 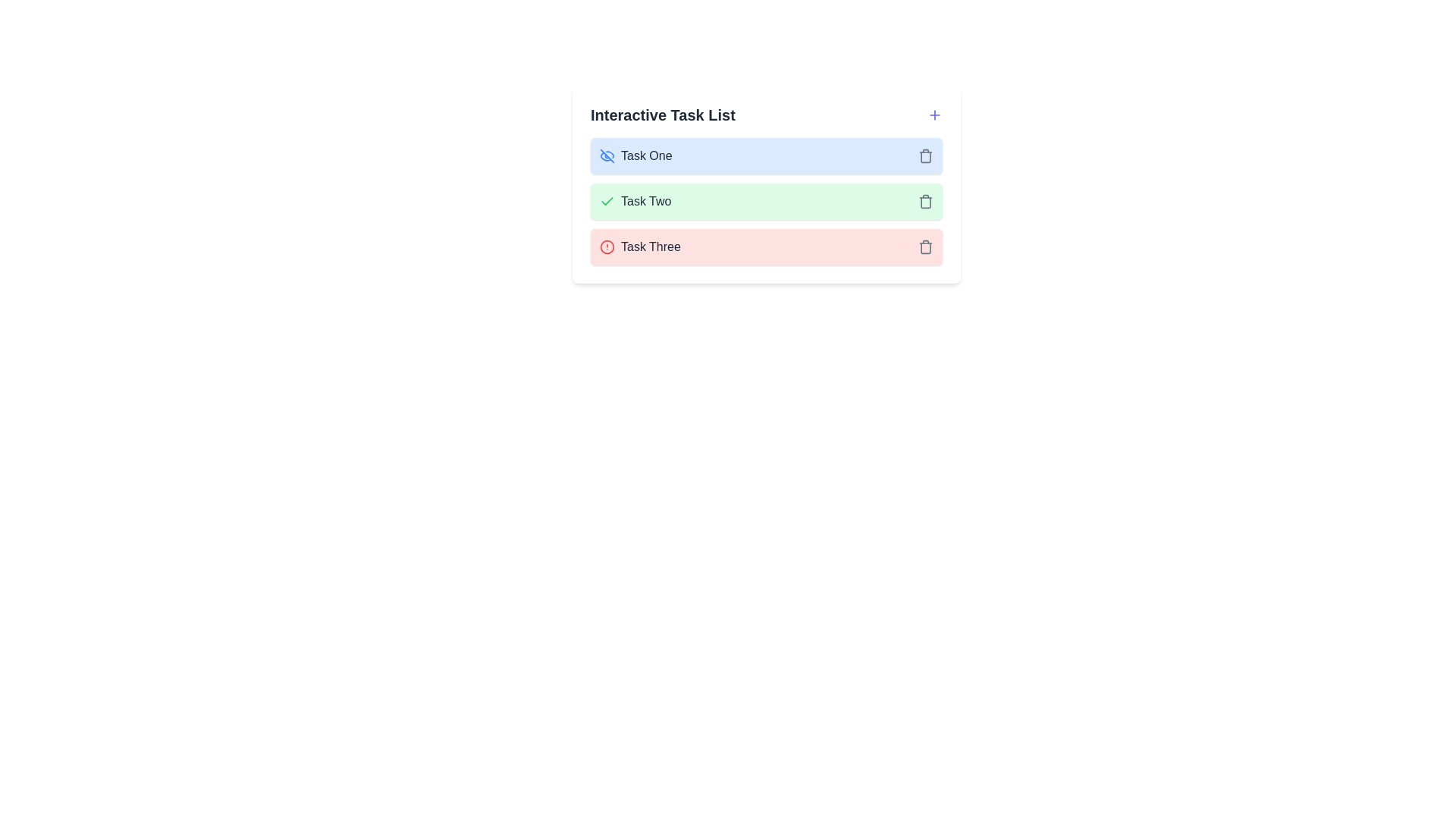 What do you see at coordinates (607, 155) in the screenshot?
I see `the blue eye icon with a diagonal line crossing it, located to the left of the 'Task One' text` at bounding box center [607, 155].